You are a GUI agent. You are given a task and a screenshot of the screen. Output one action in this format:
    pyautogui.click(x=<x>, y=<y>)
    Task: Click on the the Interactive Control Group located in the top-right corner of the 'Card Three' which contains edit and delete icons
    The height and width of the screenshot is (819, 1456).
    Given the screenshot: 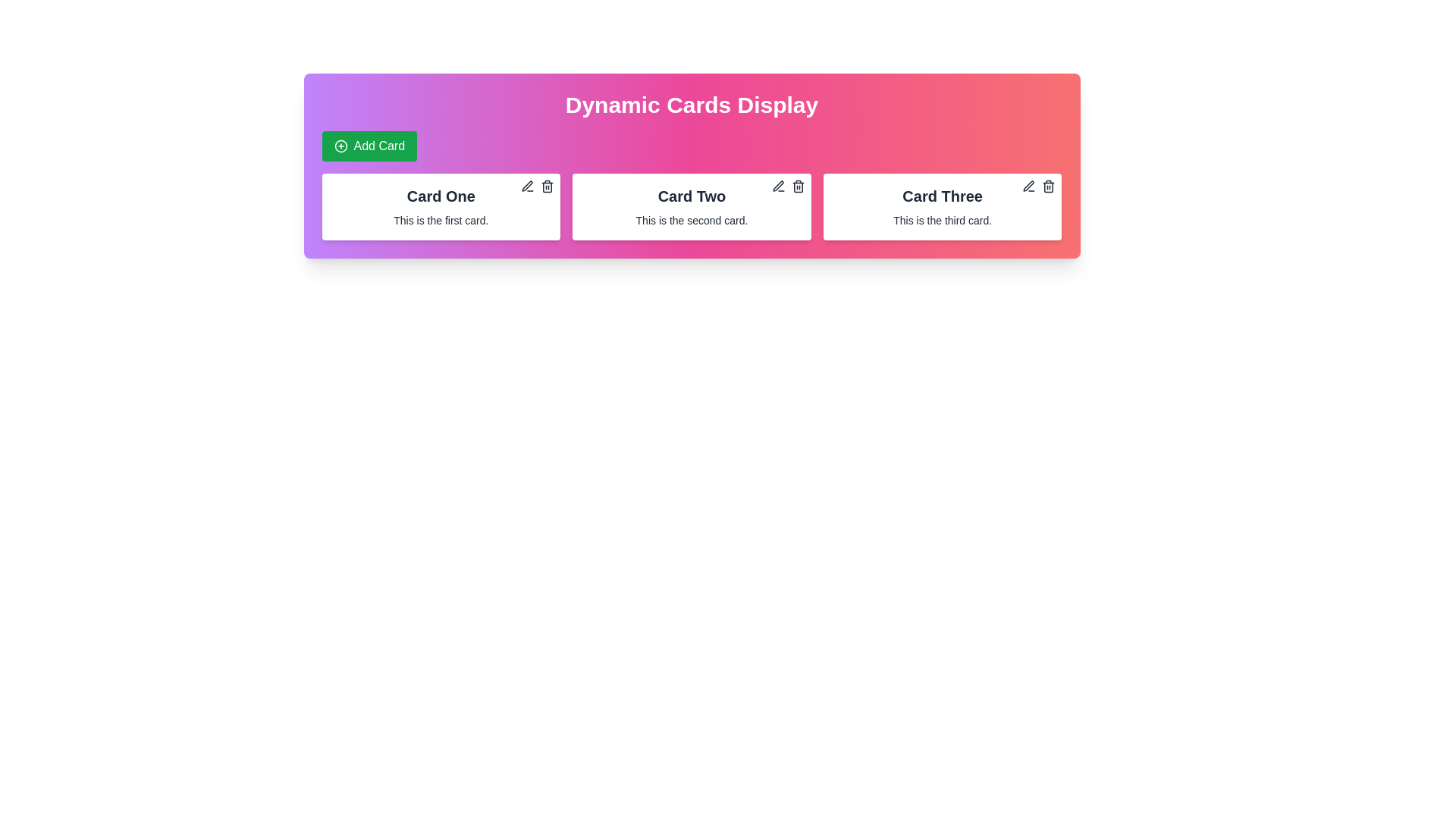 What is the action you would take?
    pyautogui.click(x=1038, y=186)
    